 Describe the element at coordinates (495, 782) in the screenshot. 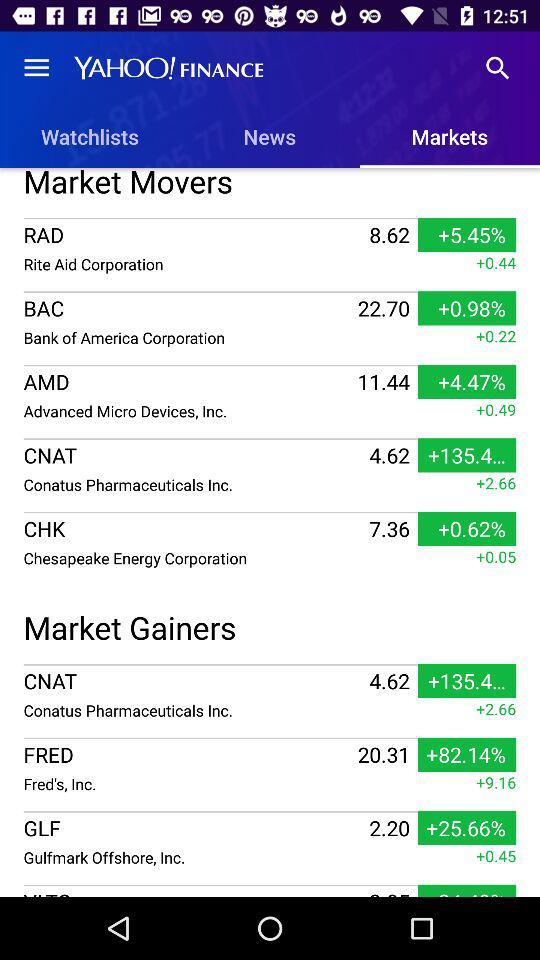

I see `item below the +82.14% item` at that location.